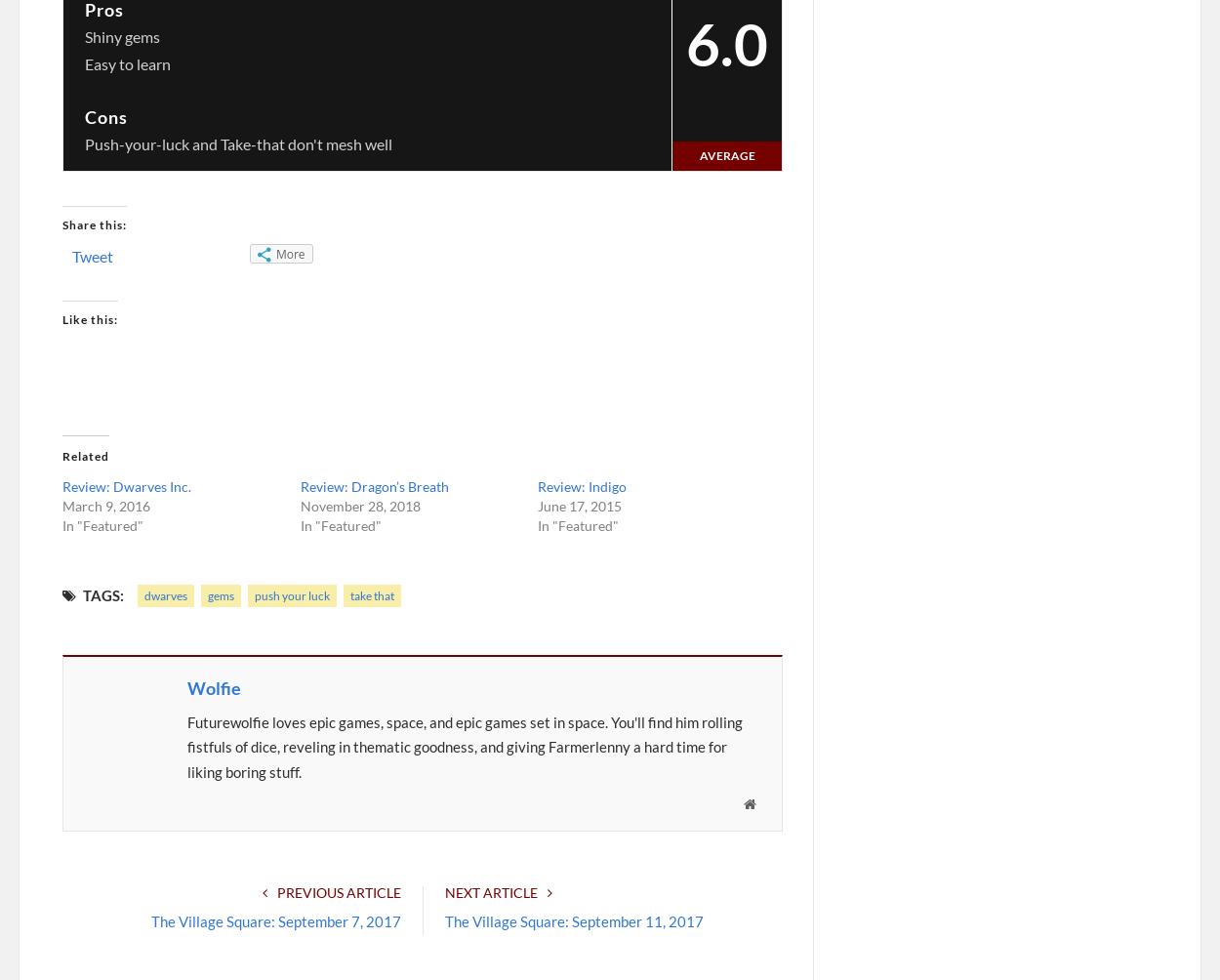  What do you see at coordinates (237, 142) in the screenshot?
I see `'Push-your-luck and Take-that don't mesh well'` at bounding box center [237, 142].